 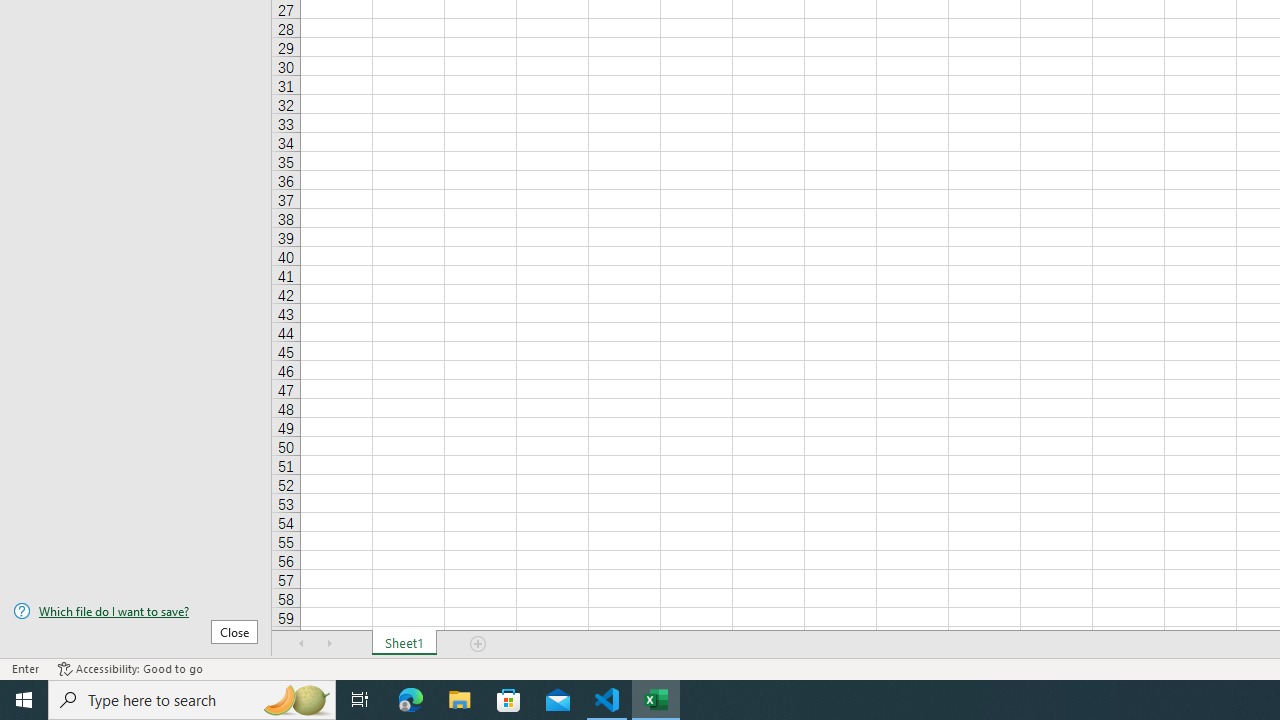 I want to click on 'Scroll Right', so click(x=330, y=644).